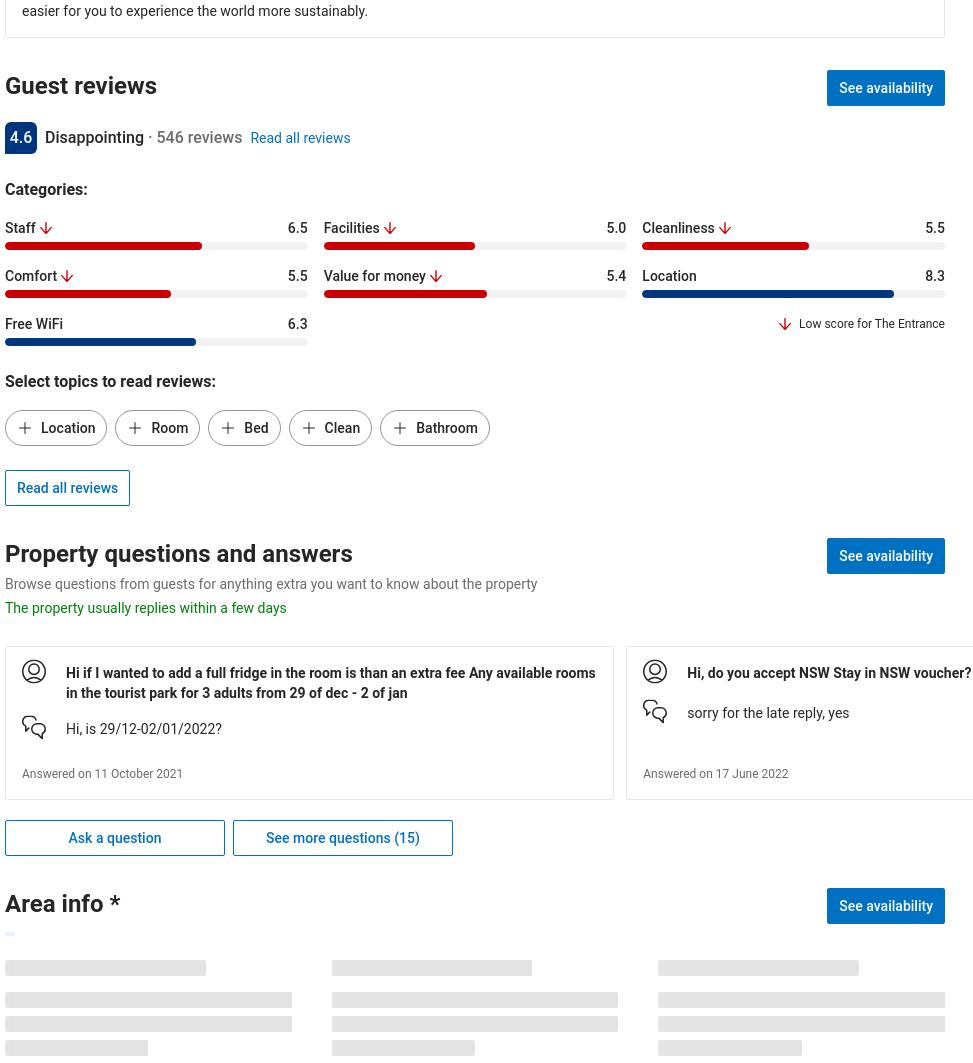 Image resolution: width=973 pixels, height=1063 pixels. Describe the element at coordinates (798, 324) in the screenshot. I see `'Low score for The Entrance'` at that location.